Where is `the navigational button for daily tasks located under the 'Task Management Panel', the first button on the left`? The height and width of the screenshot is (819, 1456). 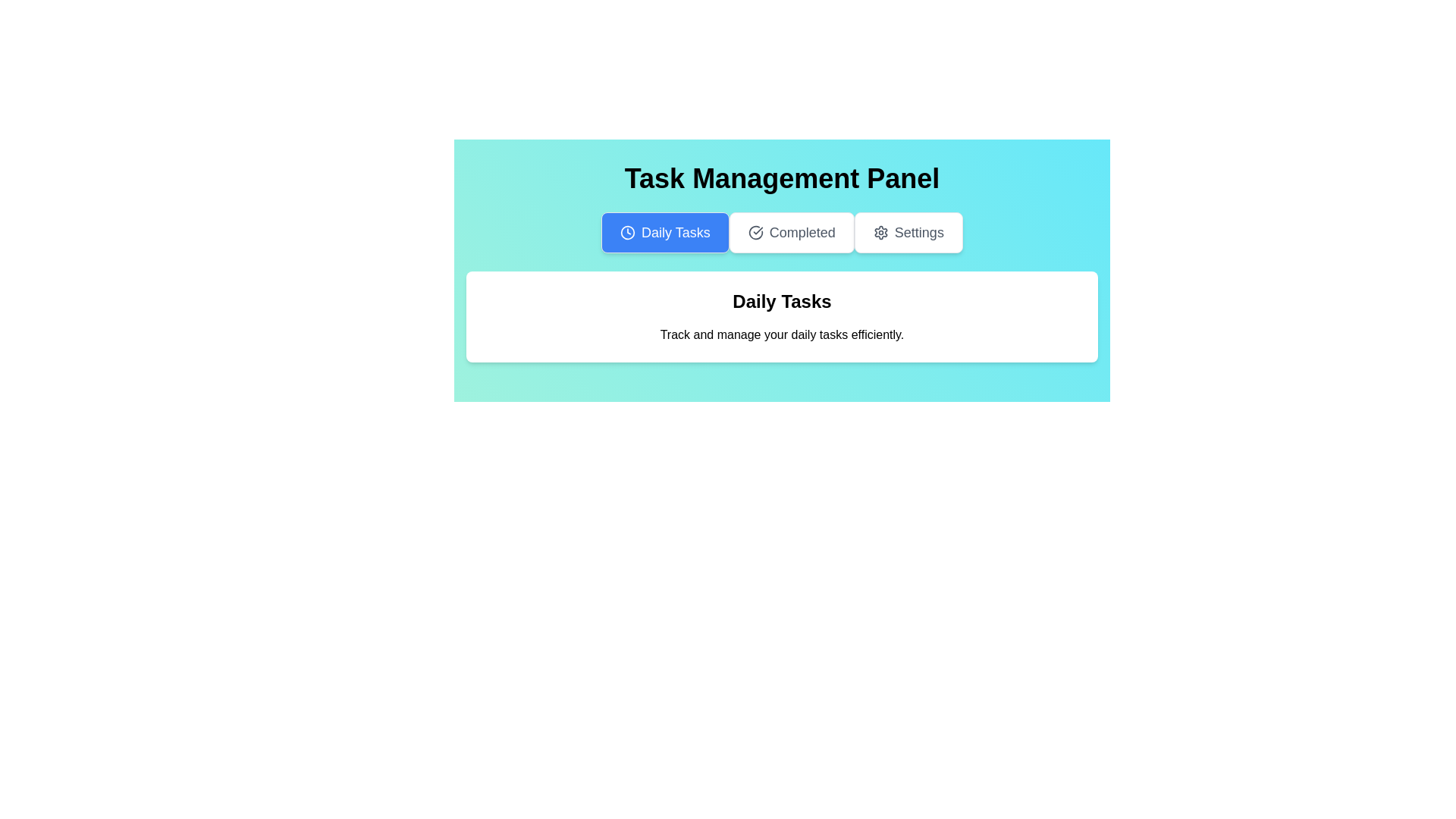 the navigational button for daily tasks located under the 'Task Management Panel', the first button on the left is located at coordinates (665, 233).